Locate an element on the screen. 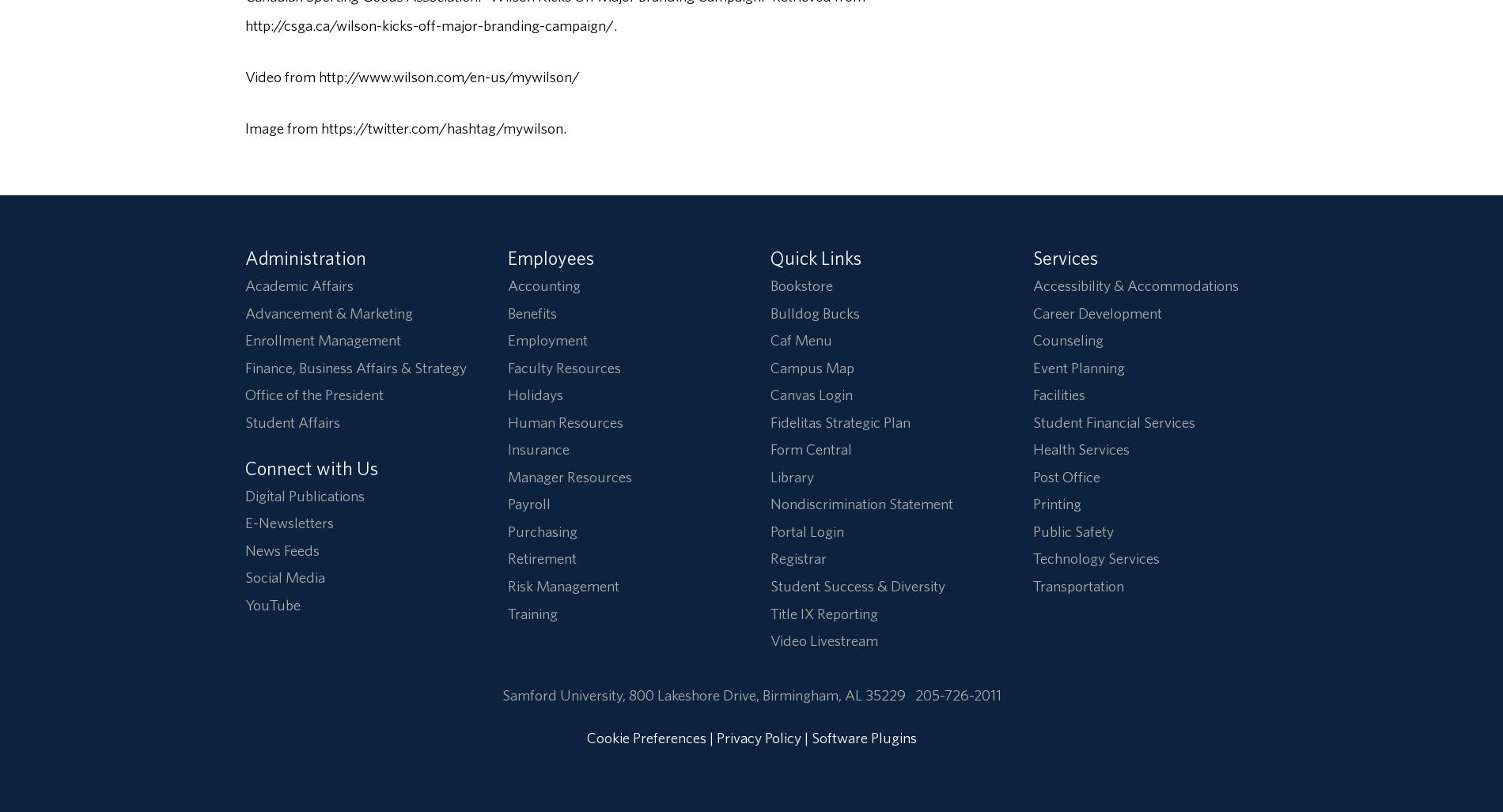 Image resolution: width=1503 pixels, height=812 pixels. 'Public Safety' is located at coordinates (1072, 530).